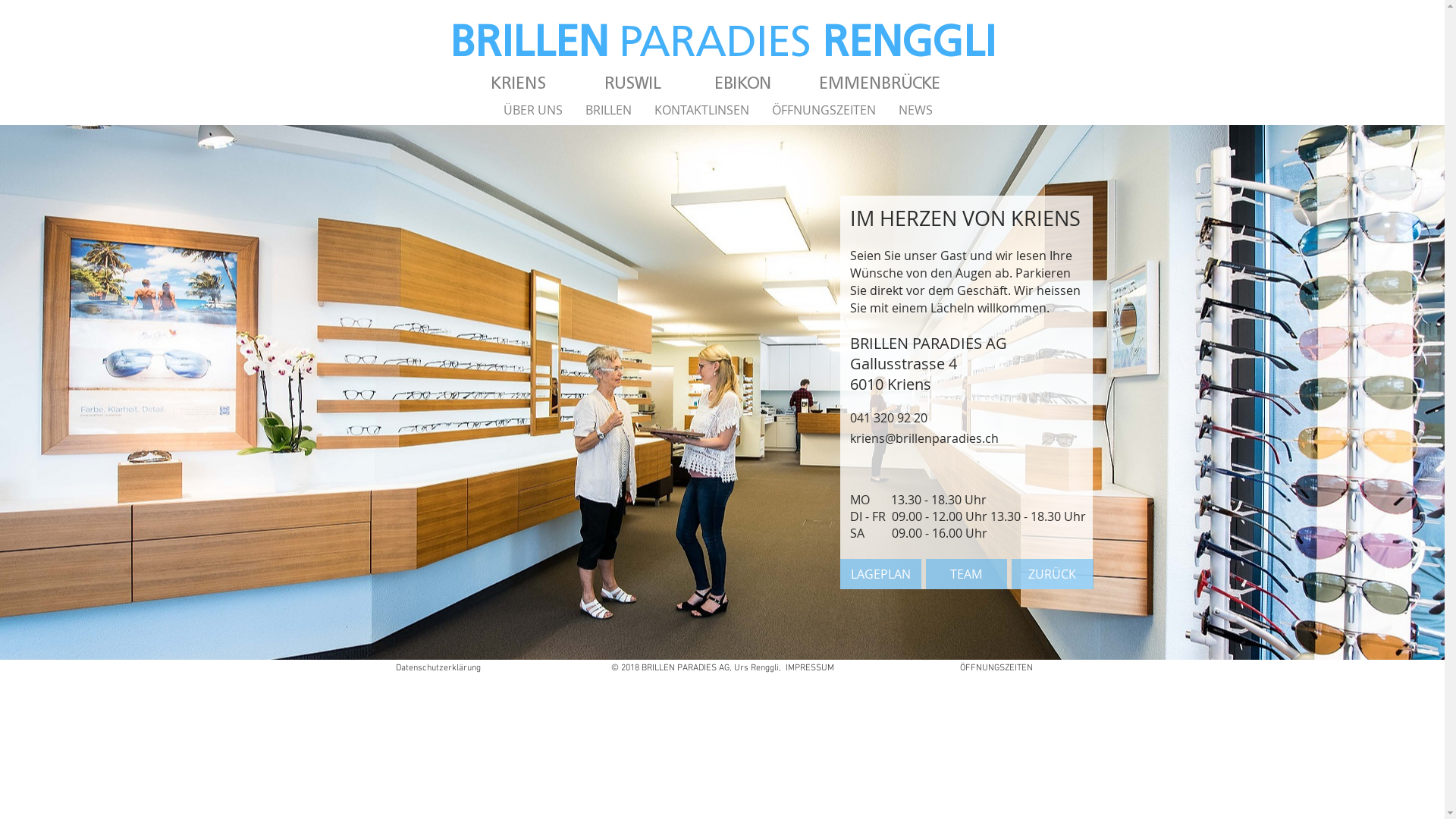 The width and height of the screenshot is (1456, 819). Describe the element at coordinates (880, 573) in the screenshot. I see `'LAGEPLAN'` at that location.